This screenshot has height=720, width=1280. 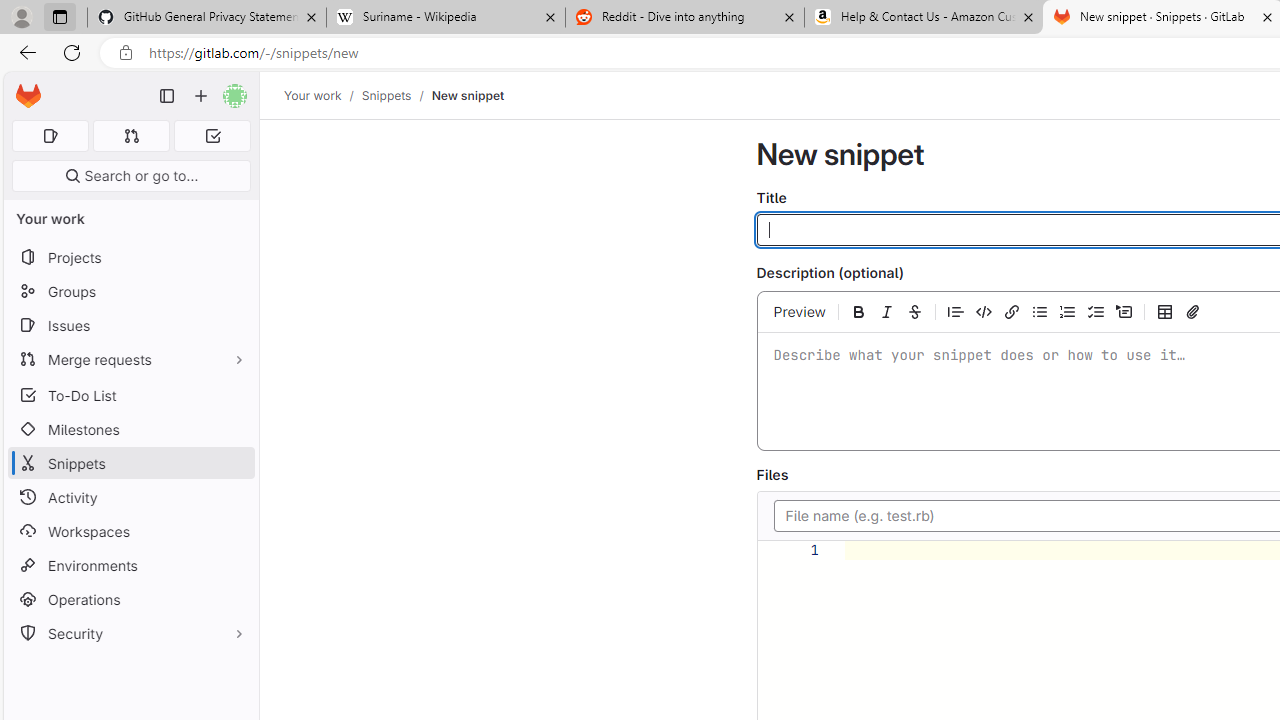 I want to click on 'Security', so click(x=130, y=633).